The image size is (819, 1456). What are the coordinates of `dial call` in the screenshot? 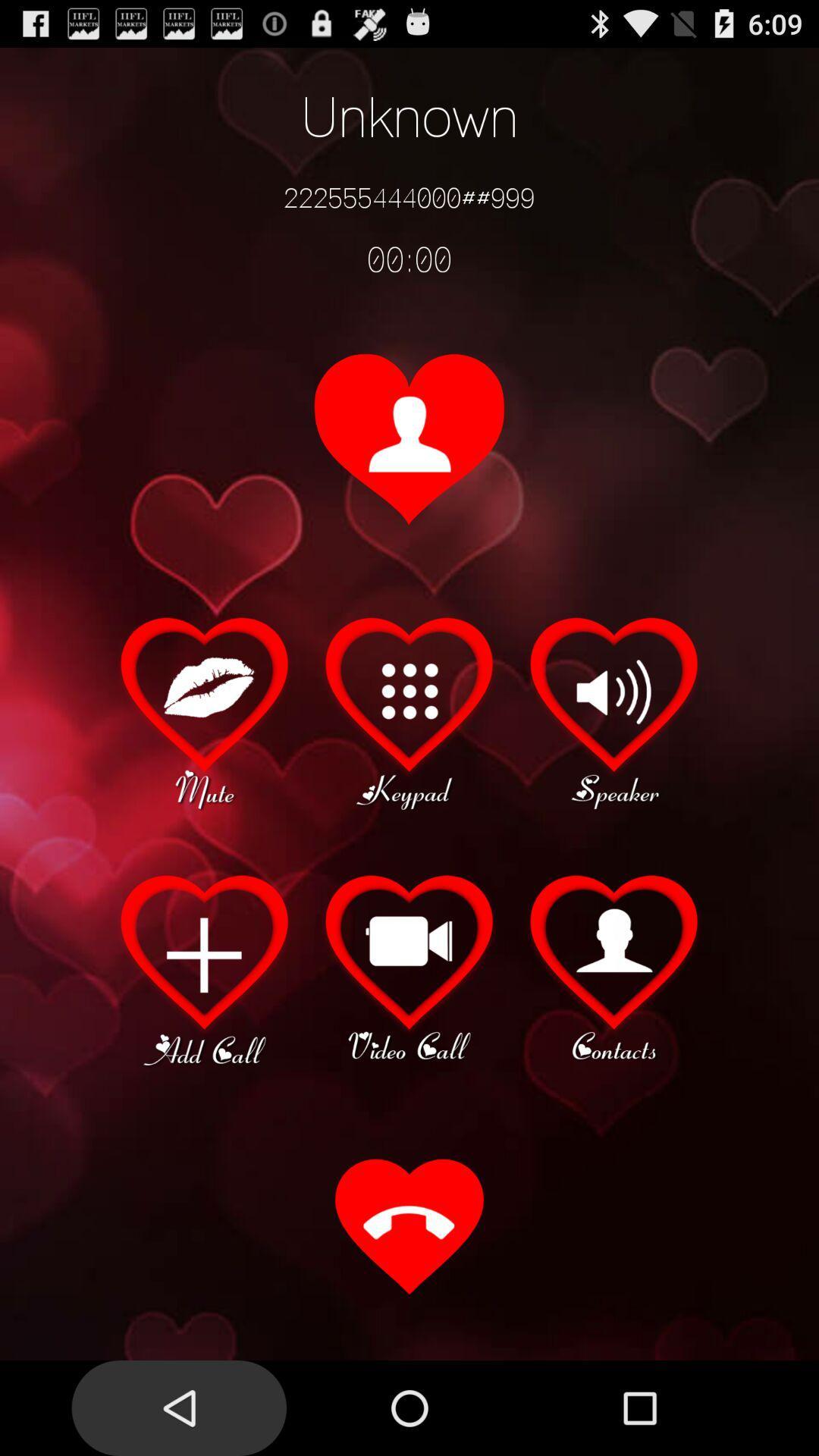 It's located at (409, 1228).